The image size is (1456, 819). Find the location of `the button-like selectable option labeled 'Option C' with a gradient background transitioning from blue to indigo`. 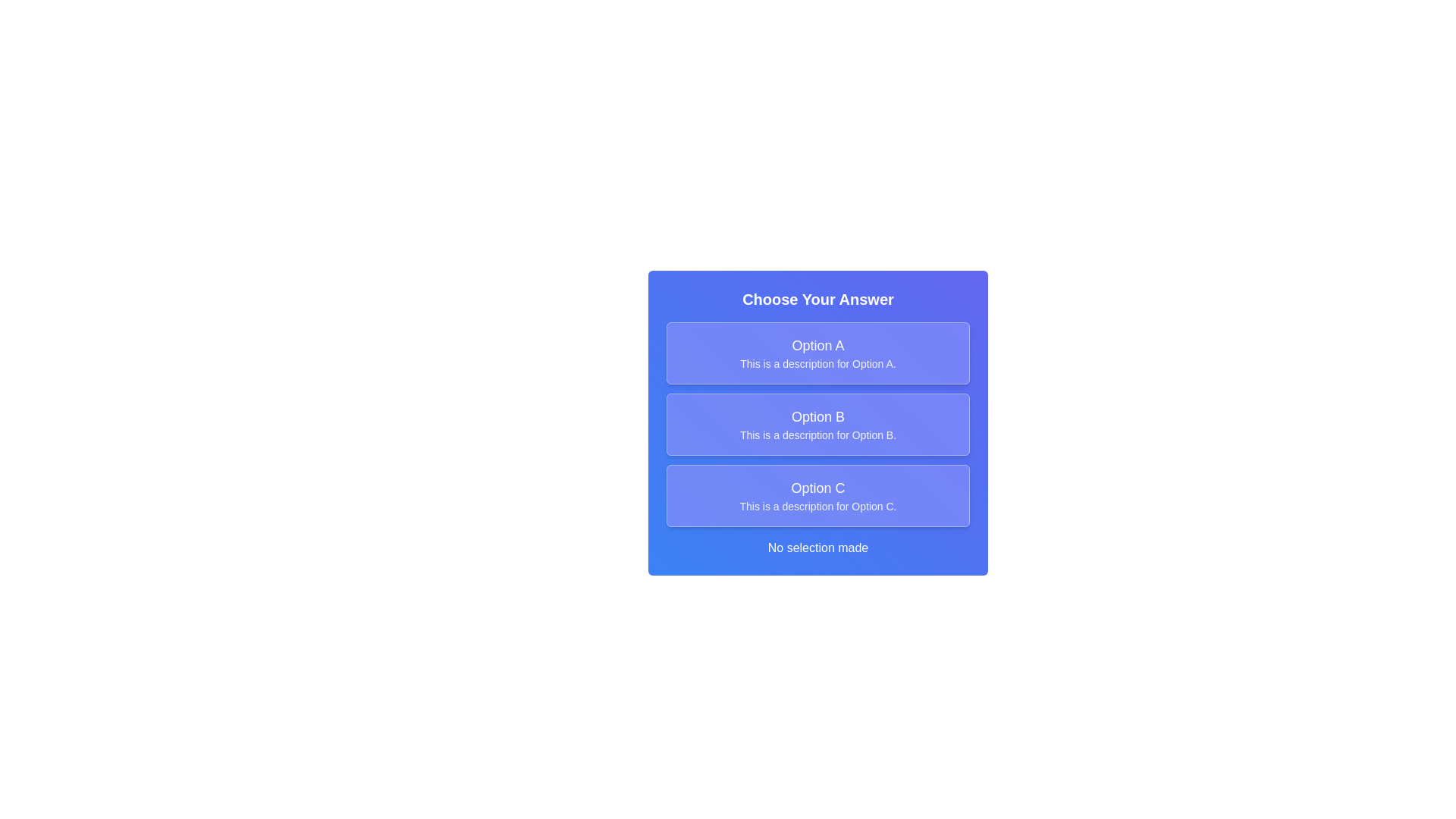

the button-like selectable option labeled 'Option C' with a gradient background transitioning from blue to indigo is located at coordinates (817, 496).